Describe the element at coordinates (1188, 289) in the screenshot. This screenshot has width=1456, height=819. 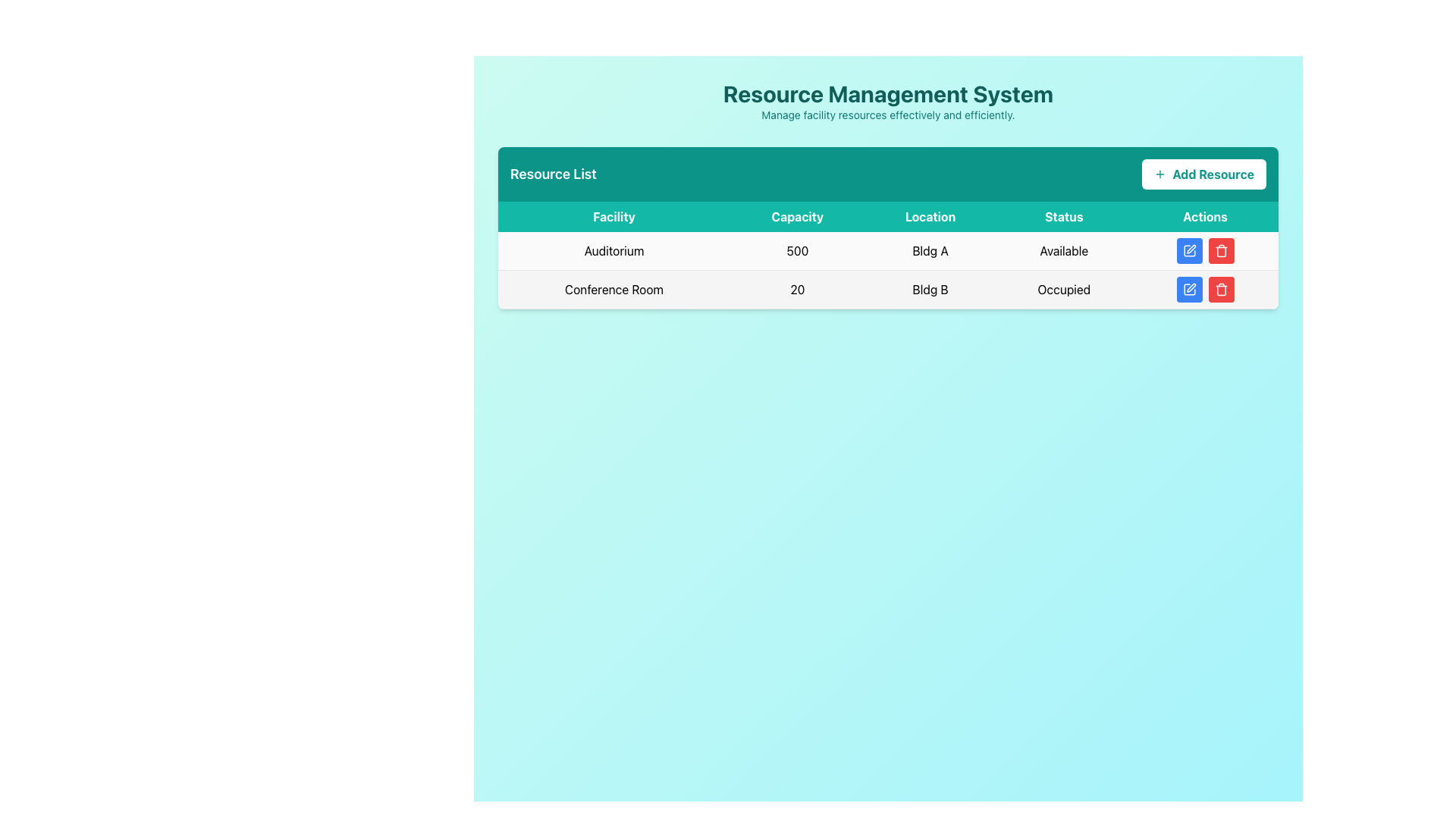
I see `the edit button in the 'Actions' column of the second row for the 'Conference Room' entry to observe the hover effect` at that location.